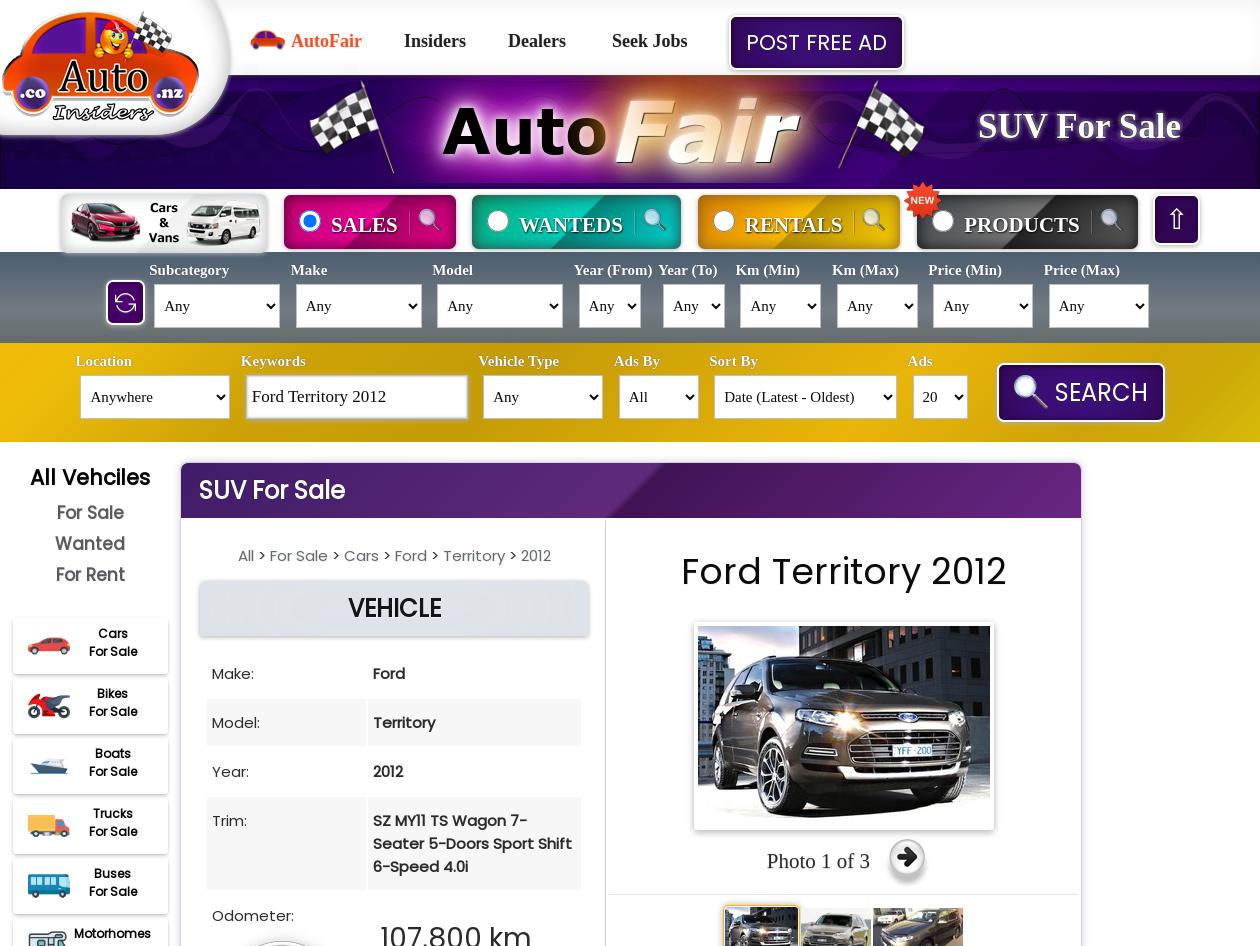  I want to click on 'SEARCH', so click(1098, 392).